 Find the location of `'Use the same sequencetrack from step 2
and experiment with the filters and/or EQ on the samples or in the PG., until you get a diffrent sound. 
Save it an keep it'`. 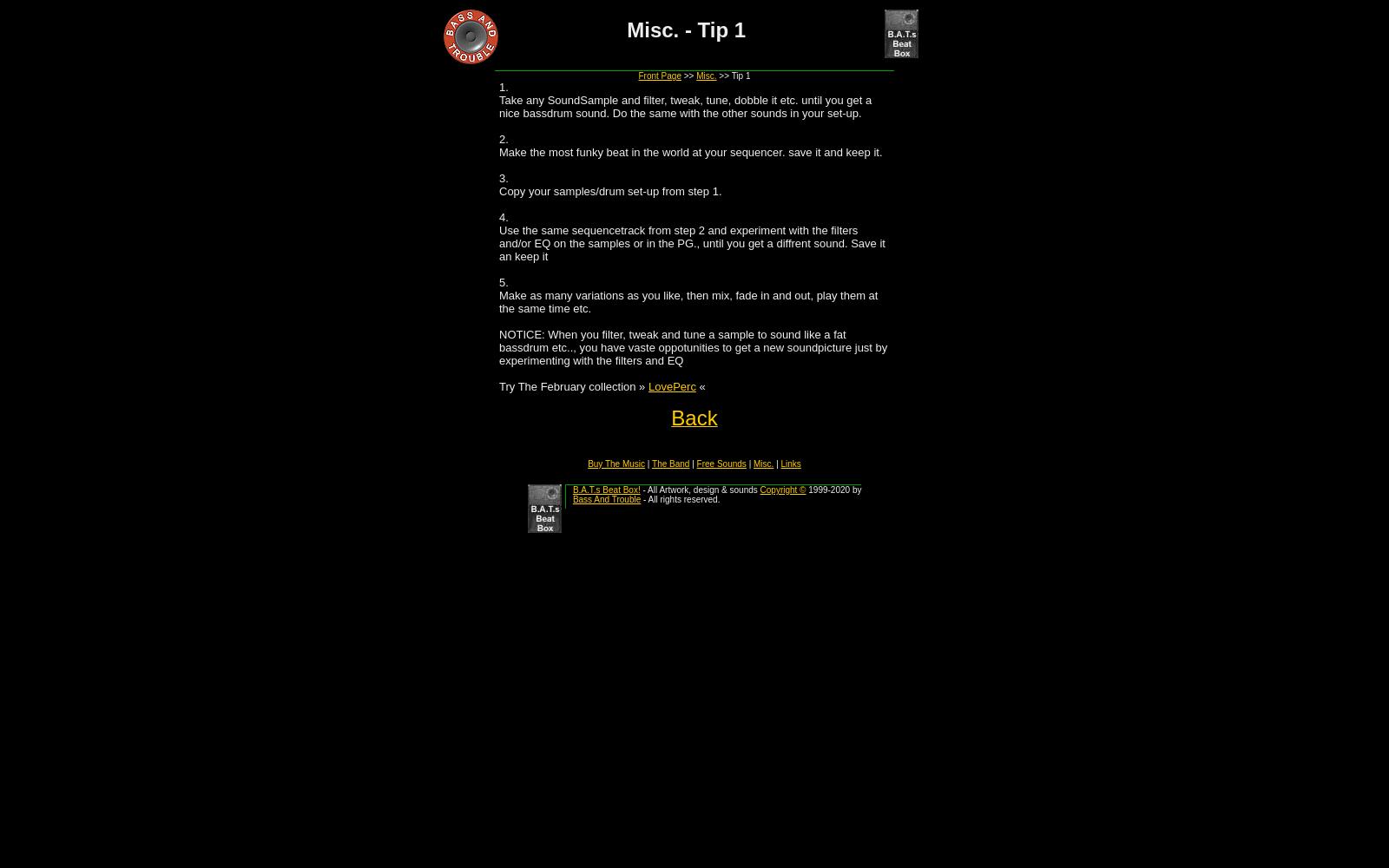

'Use the same sequencetrack from step 2
and experiment with the filters and/or EQ on the samples or in the PG., until you get a diffrent sound. 
Save it an keep it' is located at coordinates (691, 243).